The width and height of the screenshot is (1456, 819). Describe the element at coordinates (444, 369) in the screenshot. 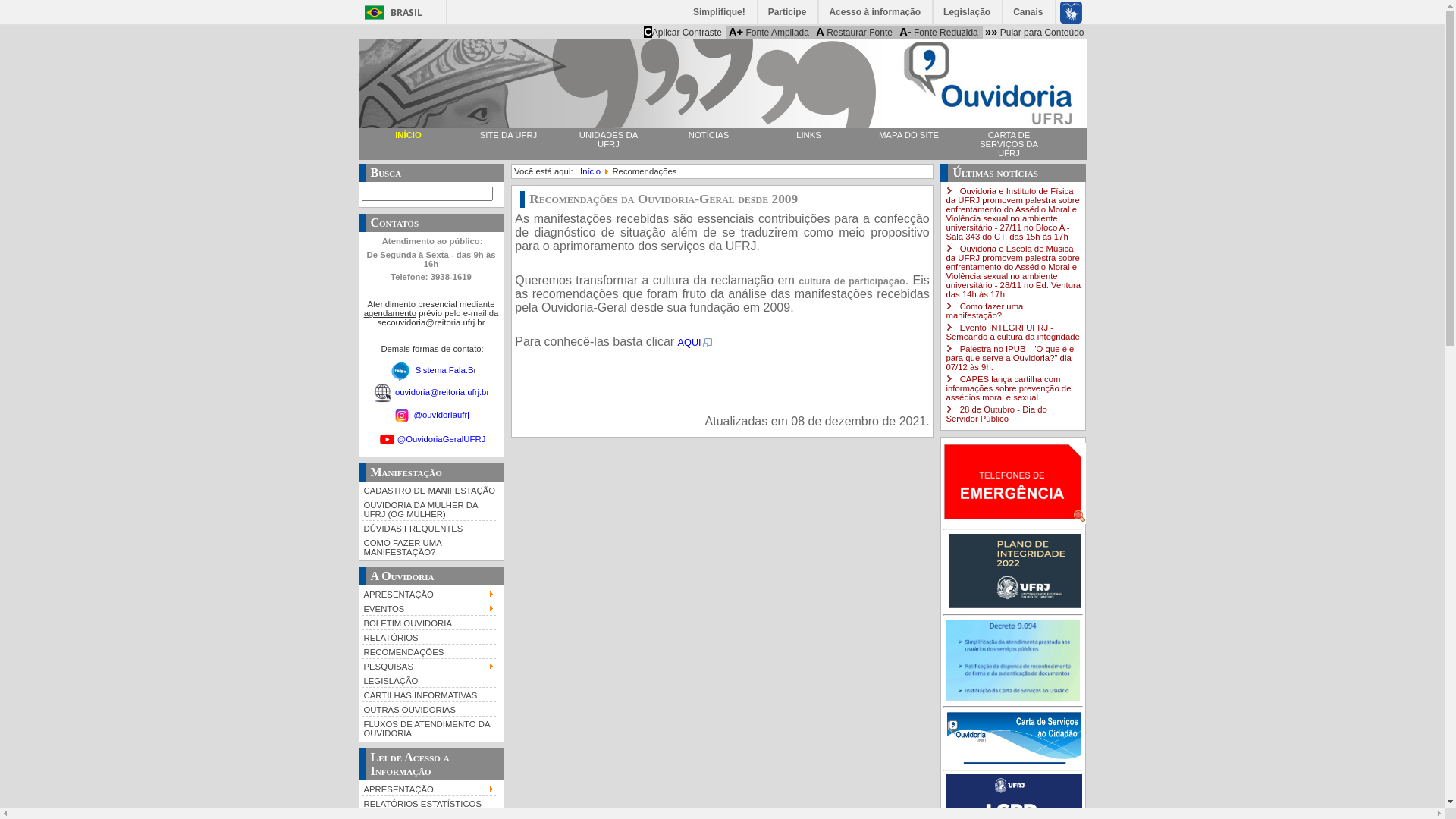

I see `'Sistema Fala.B'` at that location.